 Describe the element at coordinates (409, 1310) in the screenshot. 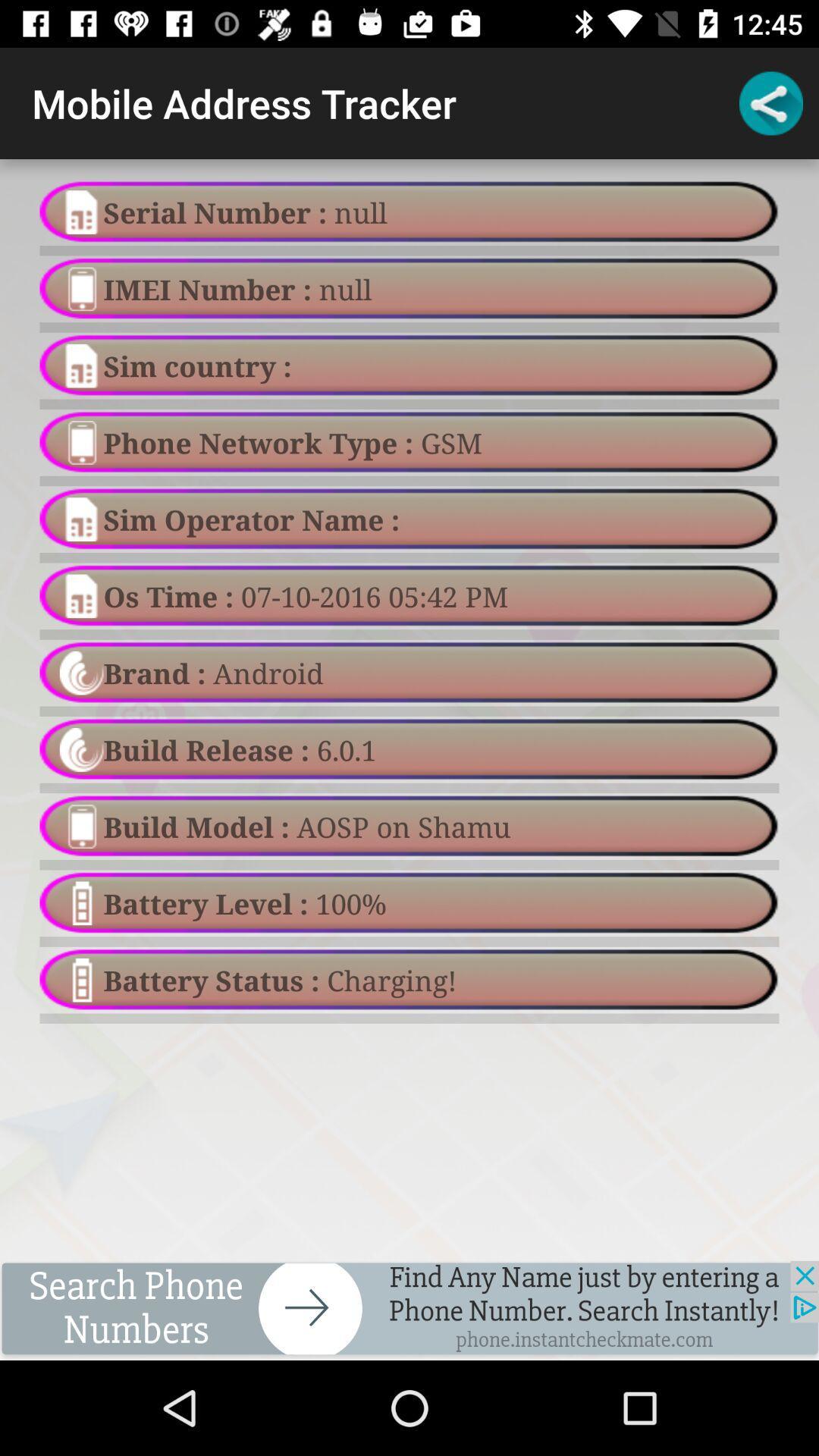

I see `advertisement for phone numbers` at that location.